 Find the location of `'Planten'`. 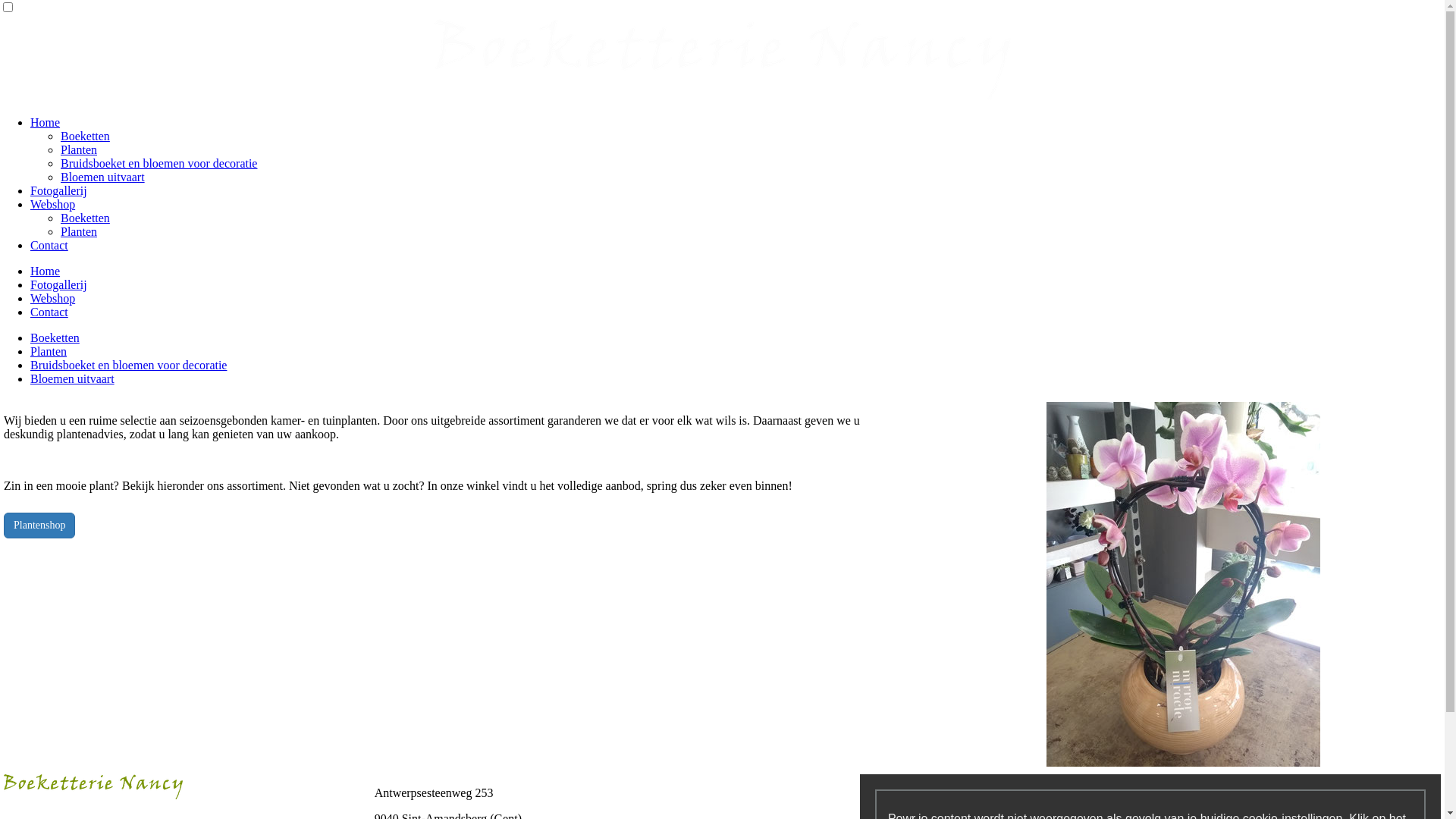

'Planten' is located at coordinates (78, 231).